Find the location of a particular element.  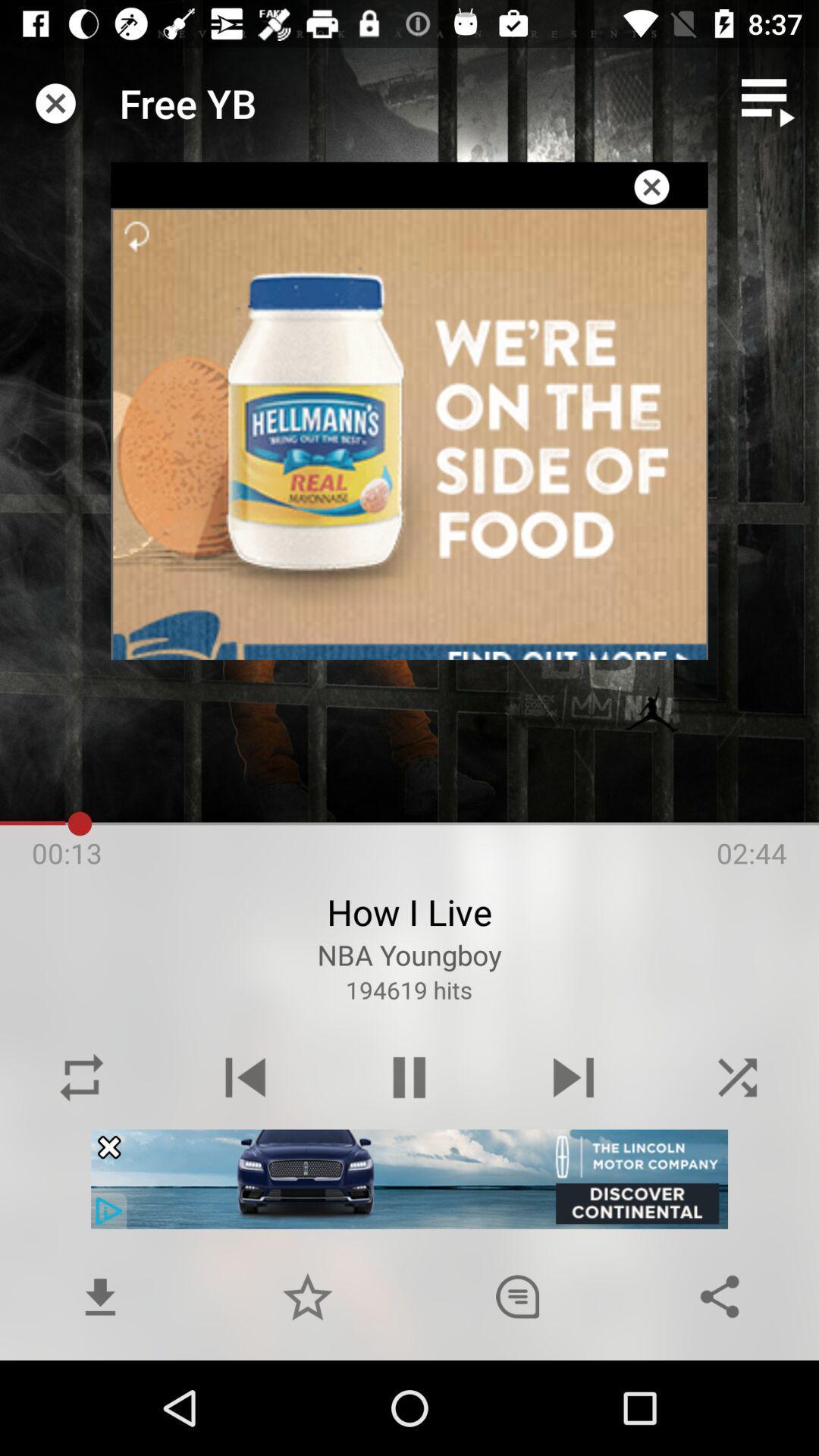

the close icon is located at coordinates (651, 186).